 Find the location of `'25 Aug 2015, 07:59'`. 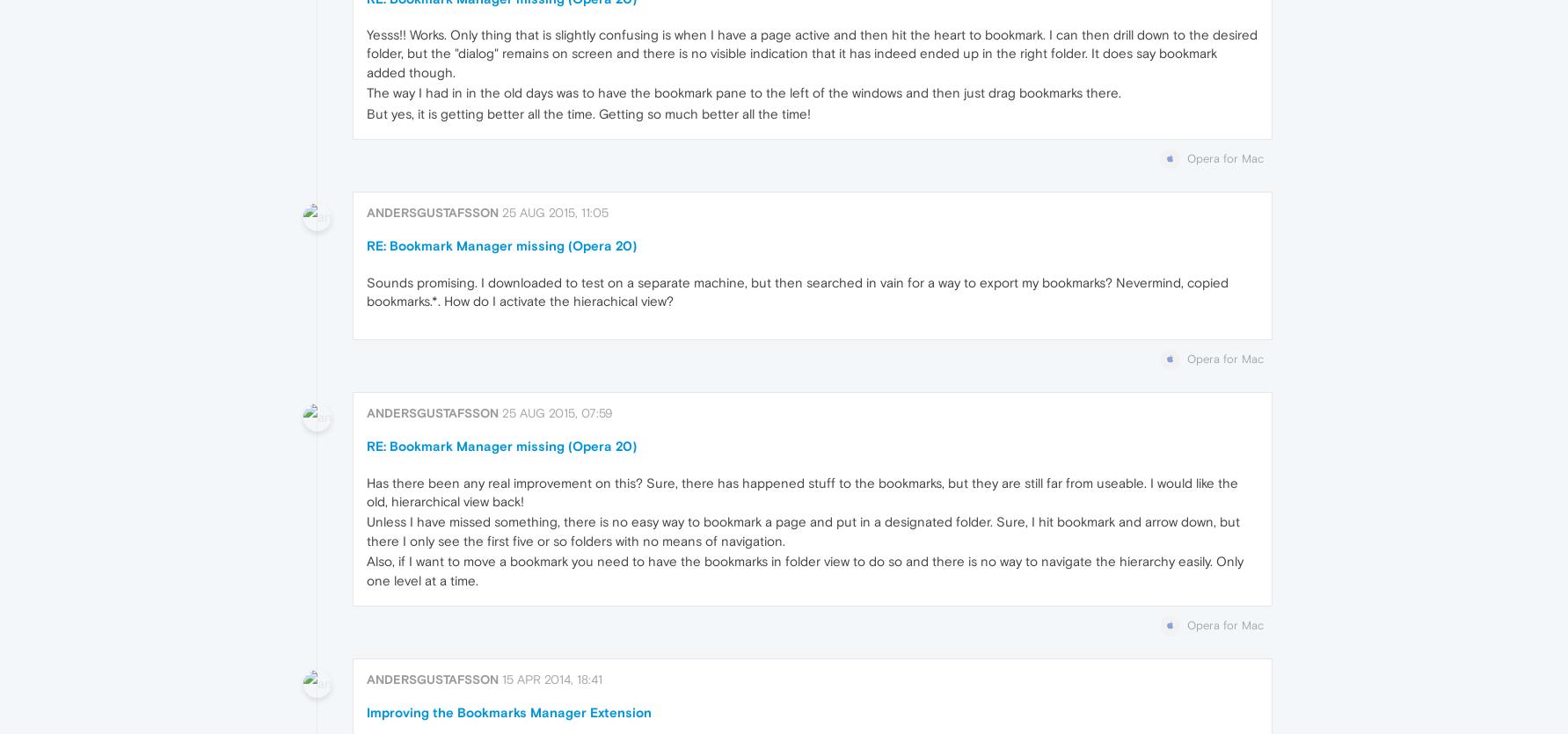

'25 Aug 2015, 07:59' is located at coordinates (500, 412).